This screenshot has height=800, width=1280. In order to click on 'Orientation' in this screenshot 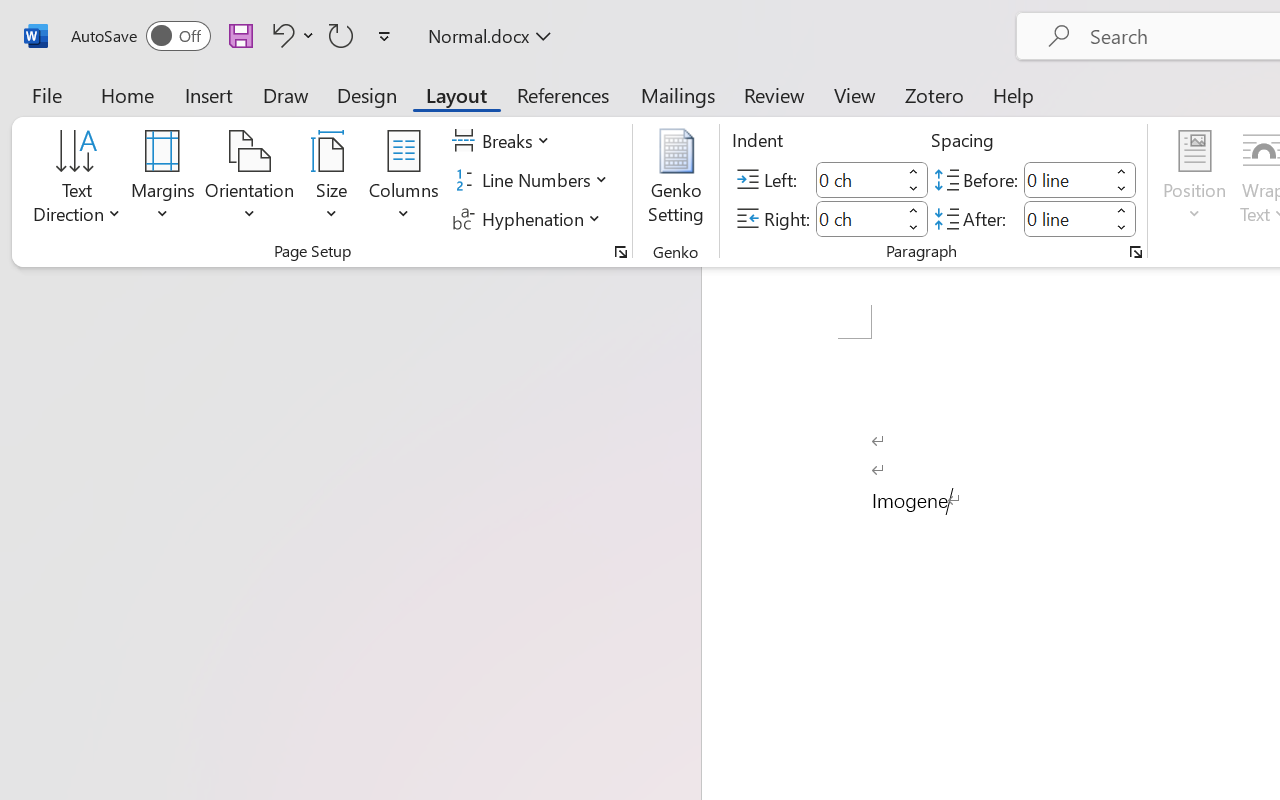, I will do `click(249, 179)`.